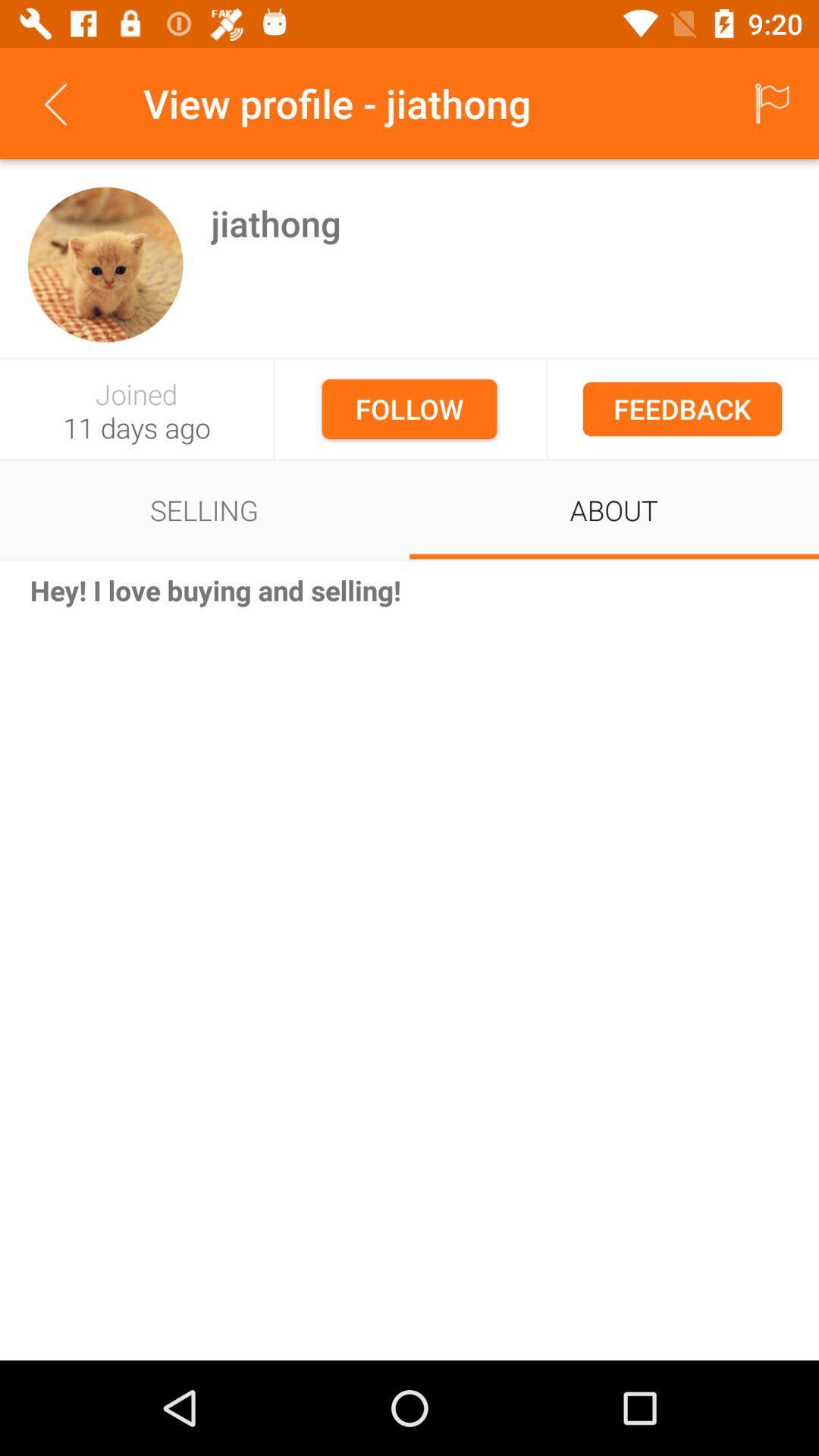  I want to click on feedback, so click(681, 409).